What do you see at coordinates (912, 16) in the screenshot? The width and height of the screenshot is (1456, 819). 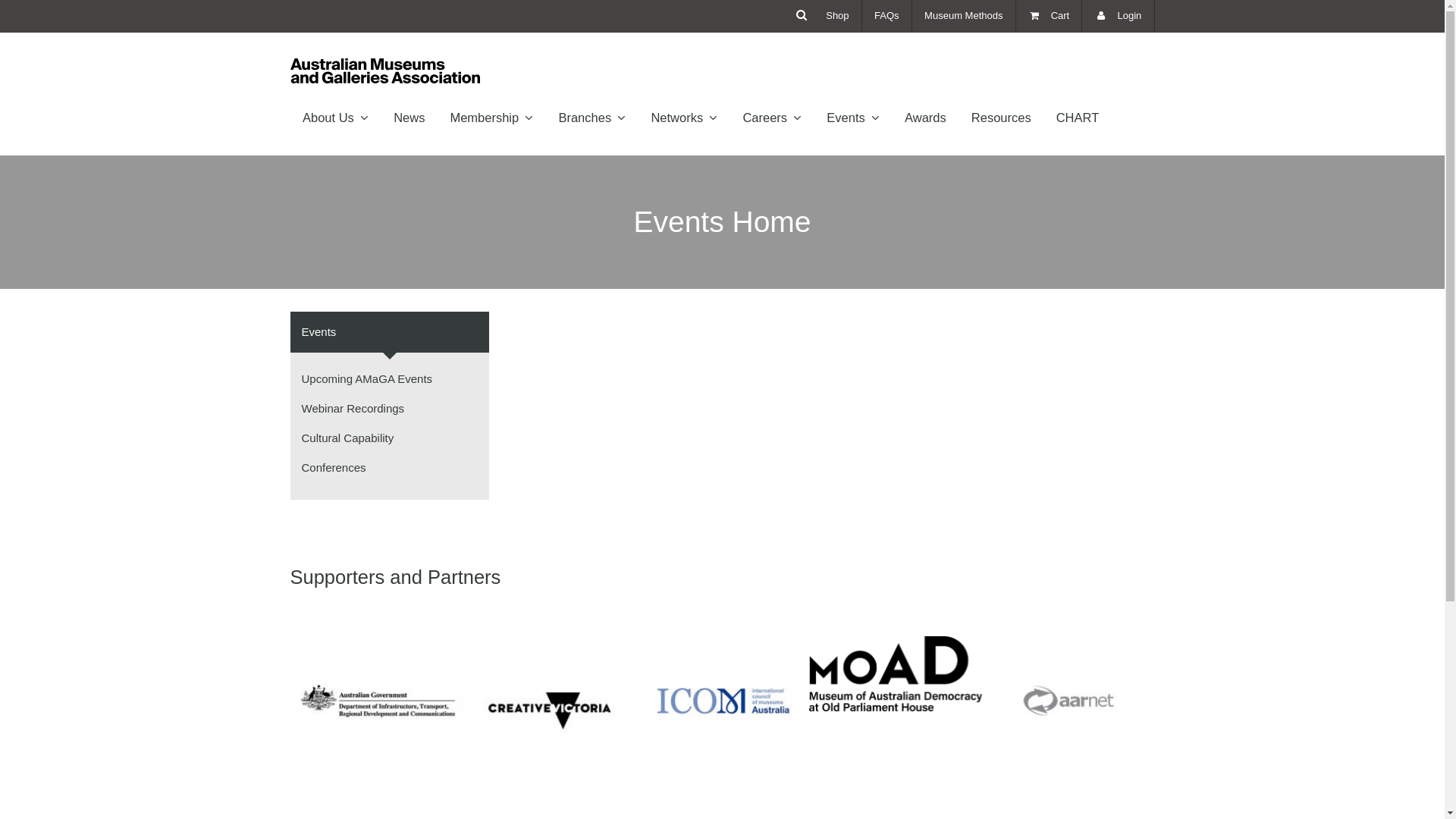 I see `'Museum Methods'` at bounding box center [912, 16].